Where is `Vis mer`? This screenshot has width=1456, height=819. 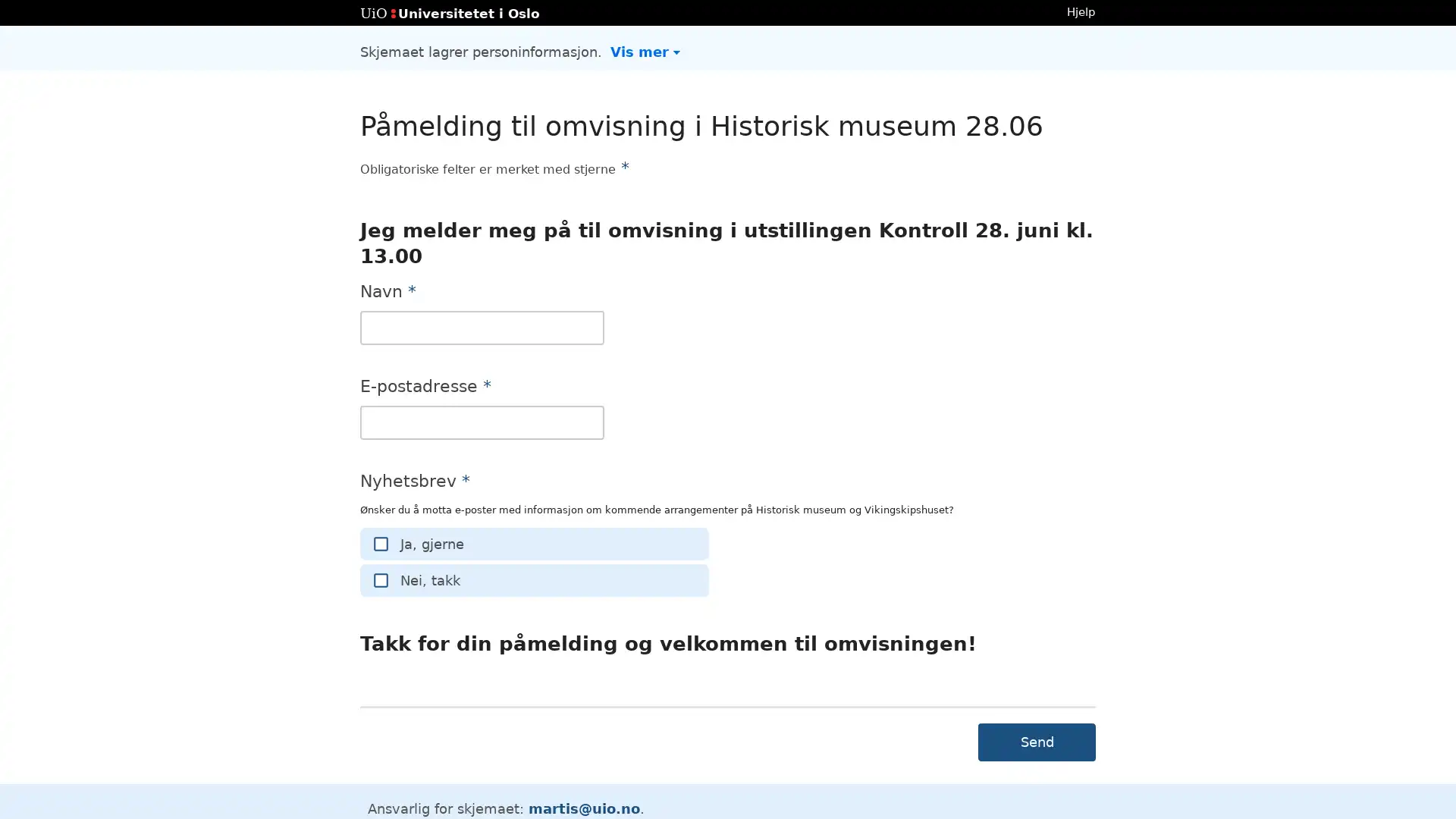
Vis mer is located at coordinates (643, 52).